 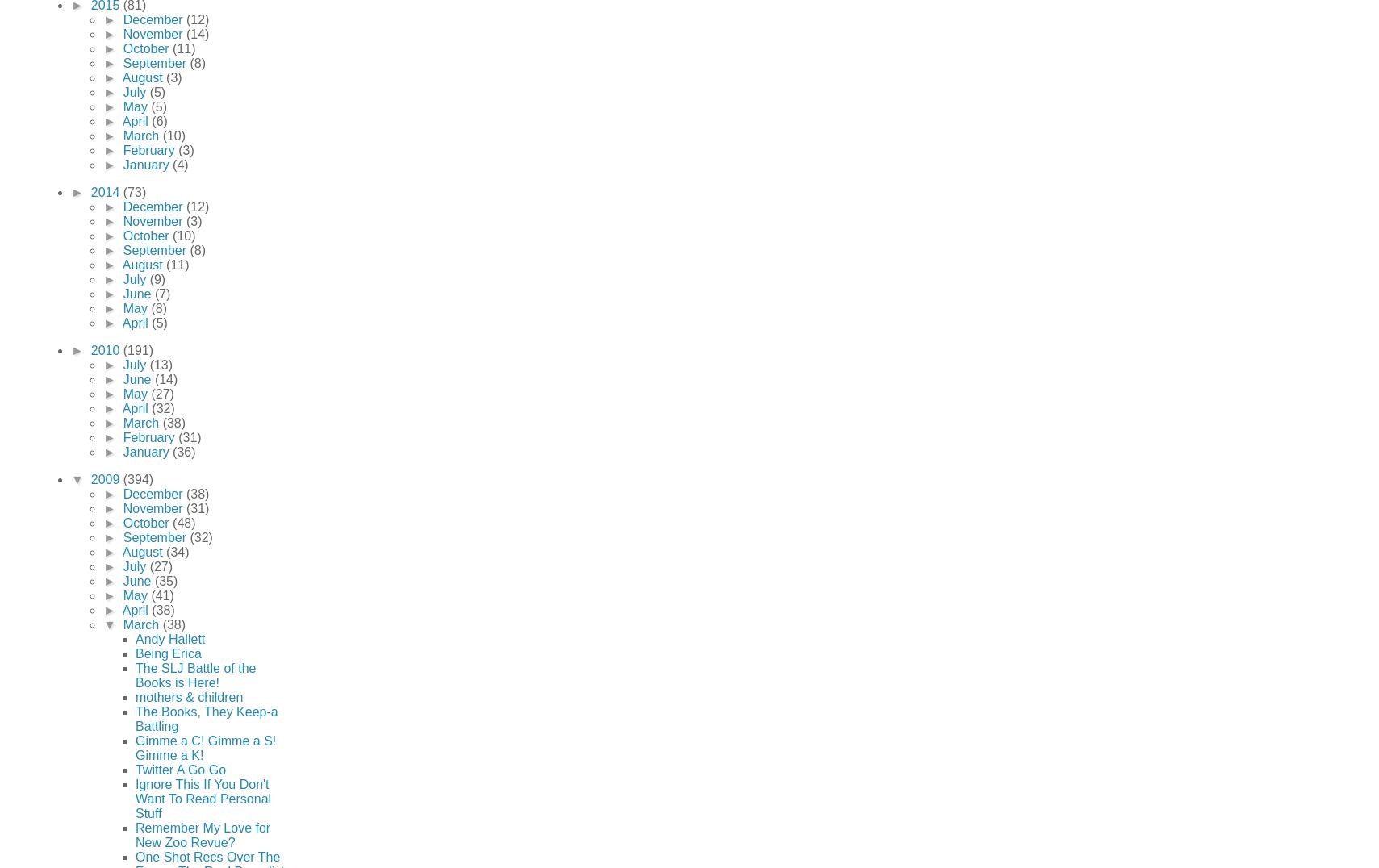 What do you see at coordinates (203, 797) in the screenshot?
I see `'Ignore This If You Don't Want To Read Personal Stuff'` at bounding box center [203, 797].